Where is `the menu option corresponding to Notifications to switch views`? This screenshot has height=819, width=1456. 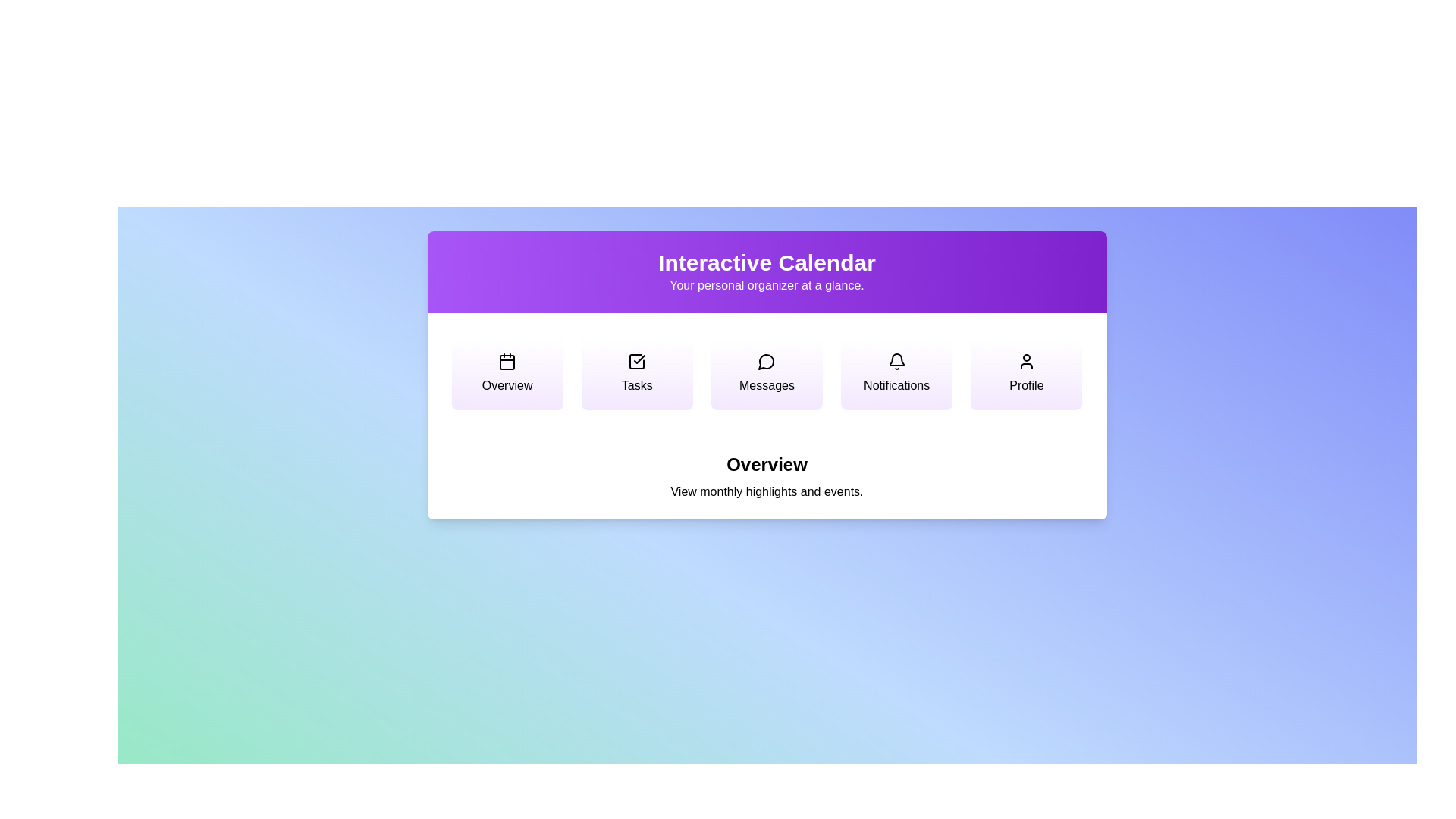 the menu option corresponding to Notifications to switch views is located at coordinates (896, 374).